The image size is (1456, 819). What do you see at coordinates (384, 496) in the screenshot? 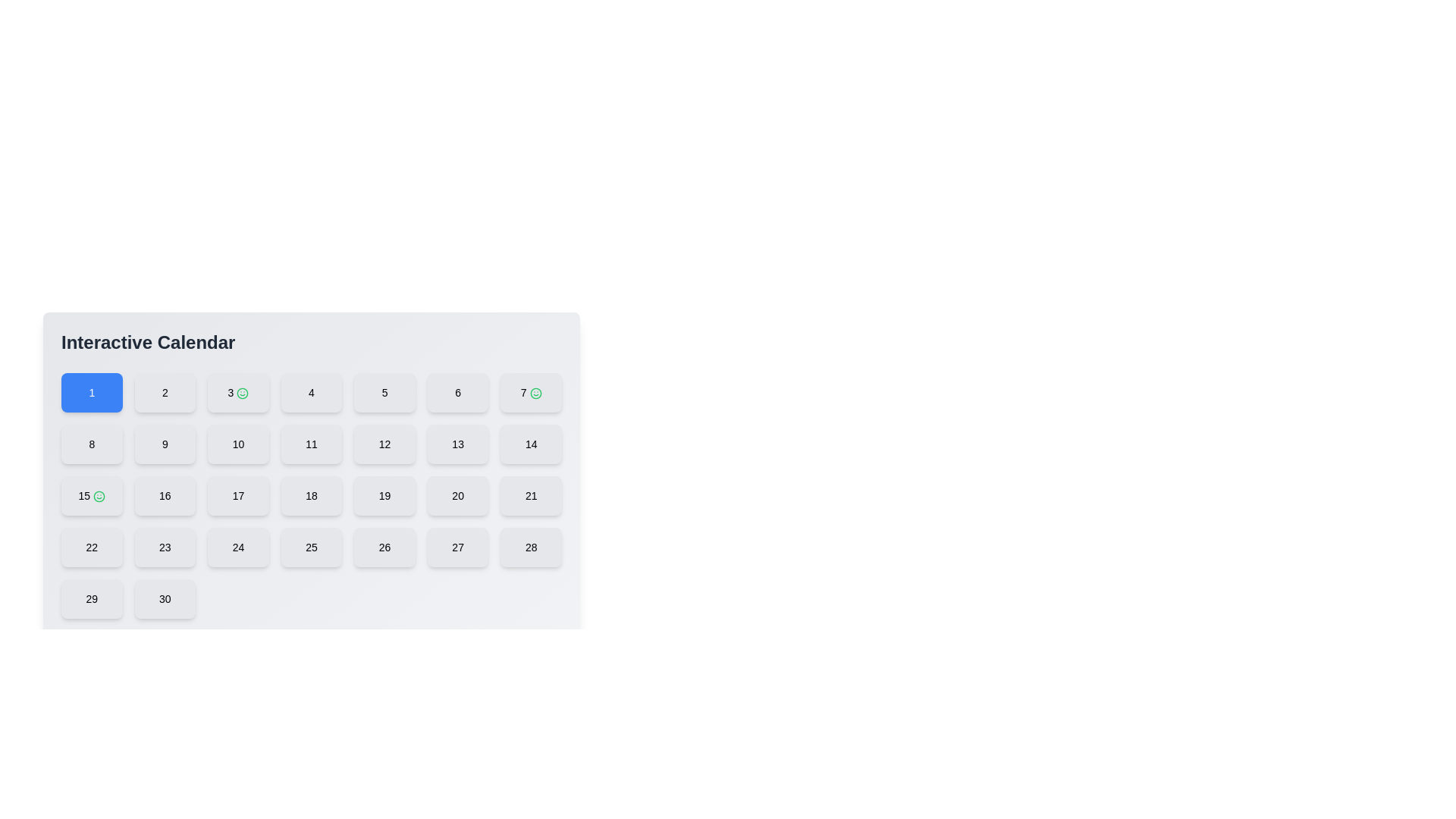
I see `the calendar date button representing the 19th date in the interactive calendar interface` at bounding box center [384, 496].